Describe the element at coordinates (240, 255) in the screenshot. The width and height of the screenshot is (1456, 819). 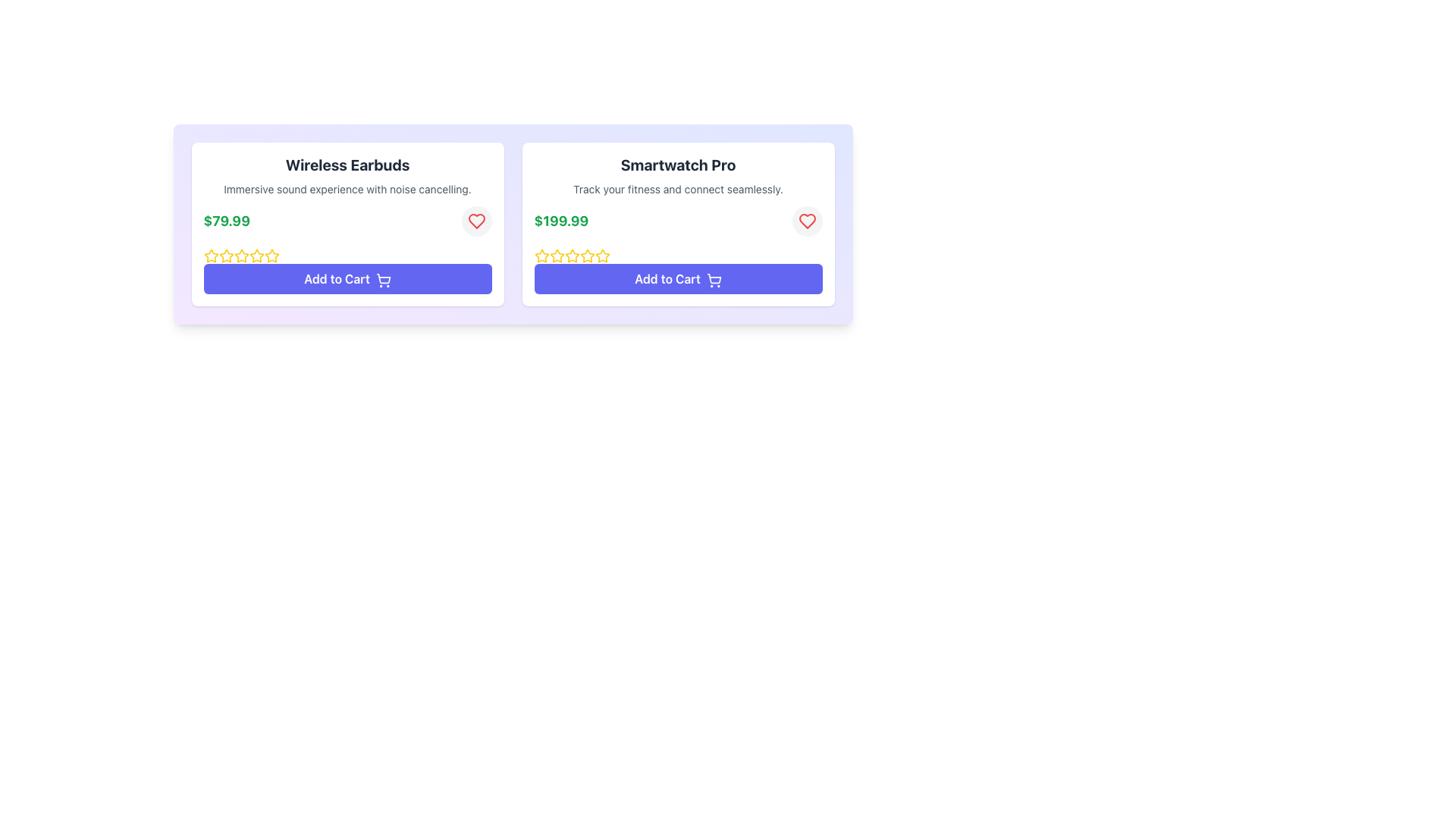
I see `the first star icon in the five-star rating system to rate the product 'Wireless Earbuds'` at that location.